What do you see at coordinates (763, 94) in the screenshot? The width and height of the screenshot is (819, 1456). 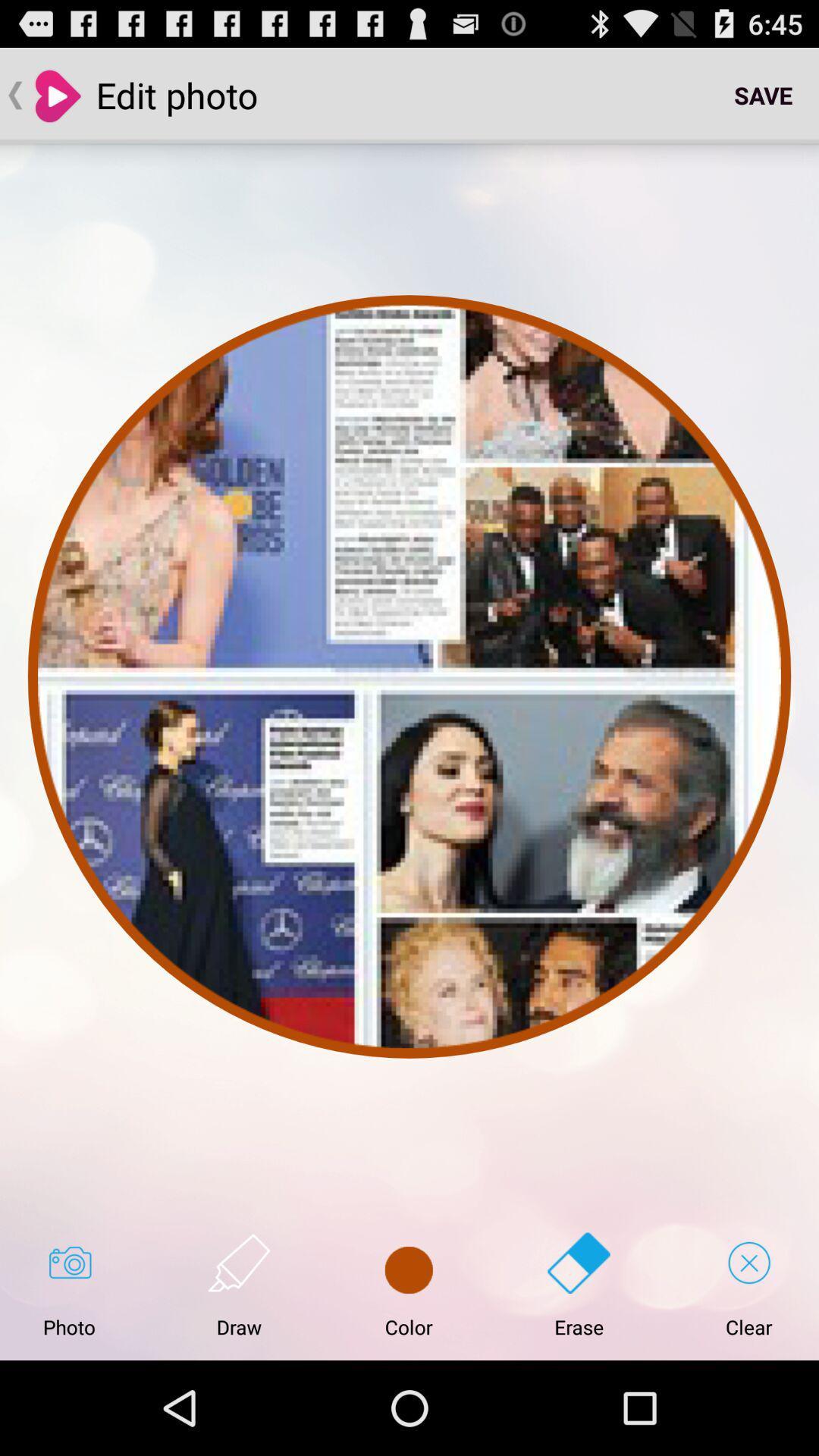 I see `the icon next to edit photo` at bounding box center [763, 94].